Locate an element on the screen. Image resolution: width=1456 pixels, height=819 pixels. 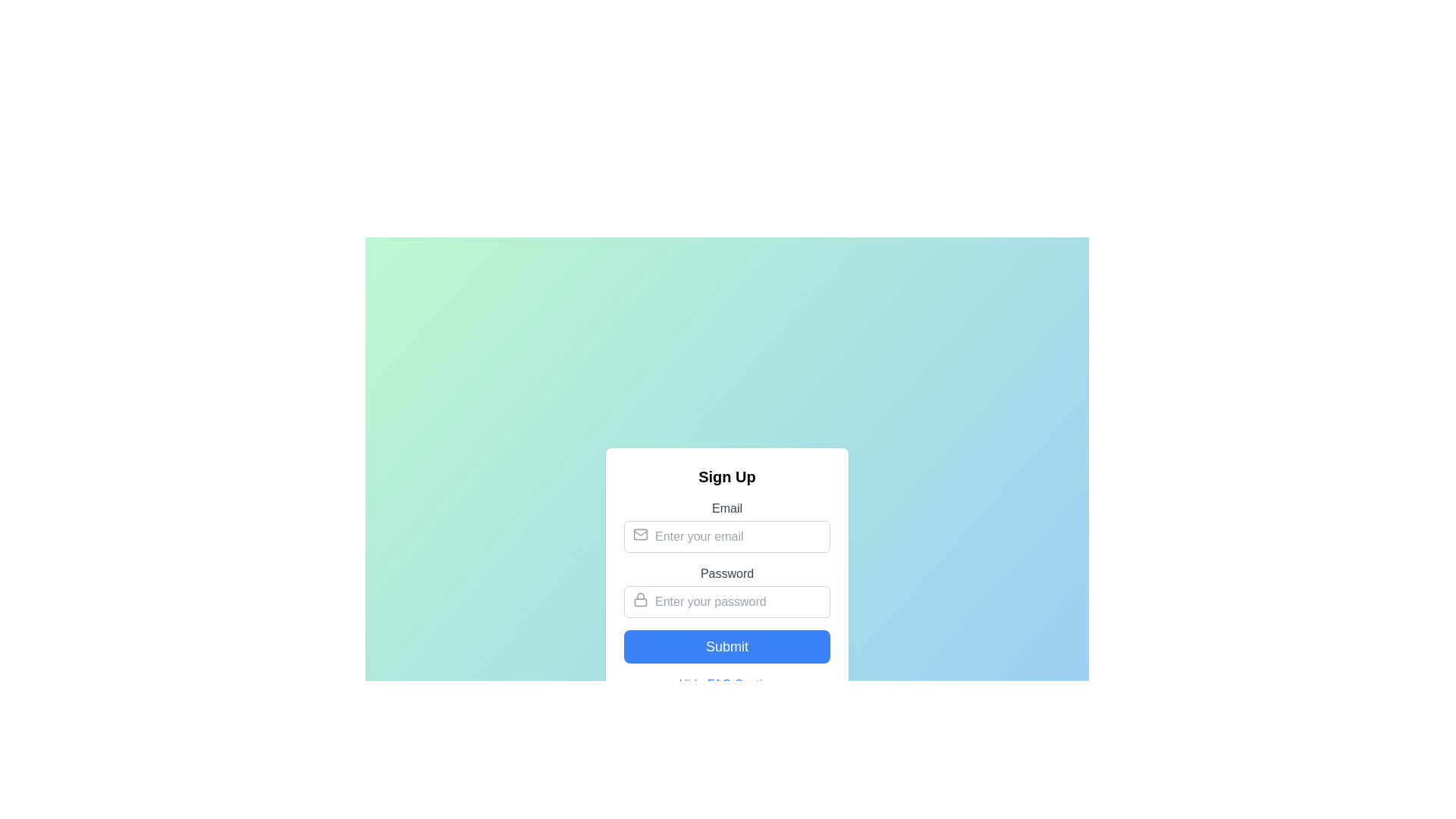
the email input icon that visually indicates the expected email address input, located to the immediate left of the text entry area is located at coordinates (640, 534).